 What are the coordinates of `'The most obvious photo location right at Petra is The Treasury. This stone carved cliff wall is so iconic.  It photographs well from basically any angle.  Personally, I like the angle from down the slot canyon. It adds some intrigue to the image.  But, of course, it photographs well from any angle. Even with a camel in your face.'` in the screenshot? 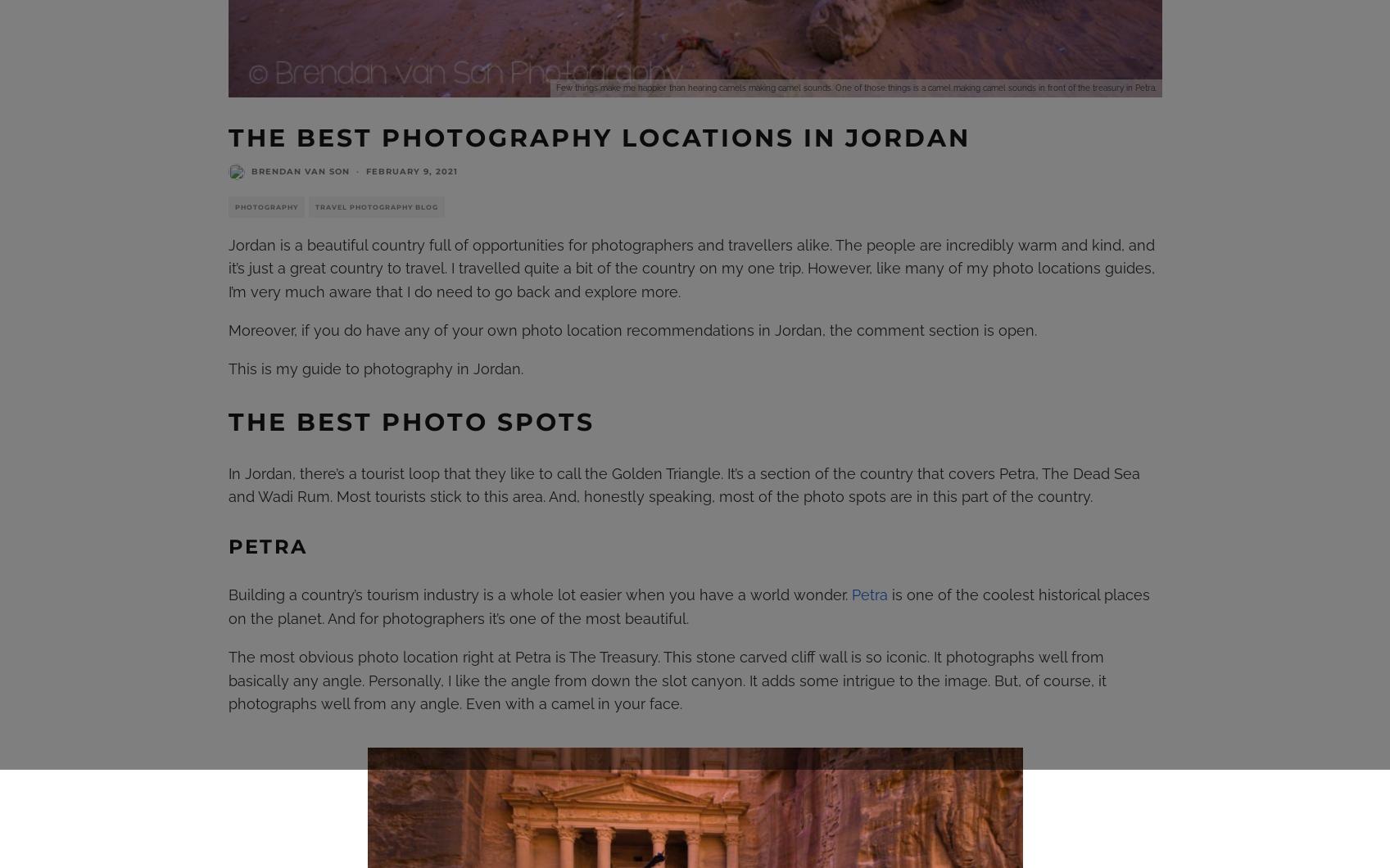 It's located at (226, 680).